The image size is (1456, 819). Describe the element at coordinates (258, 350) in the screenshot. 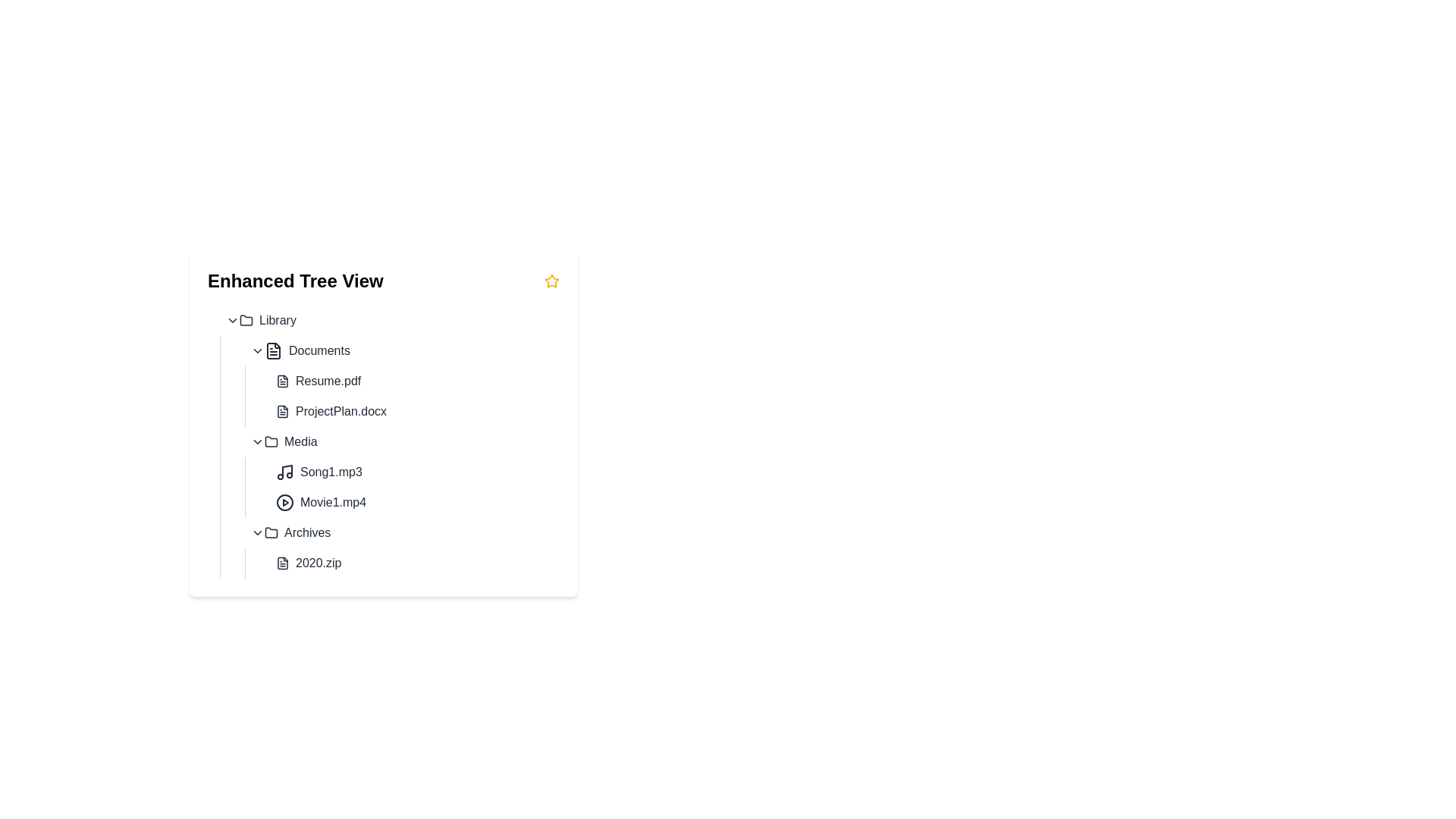

I see `the chevron icon` at that location.